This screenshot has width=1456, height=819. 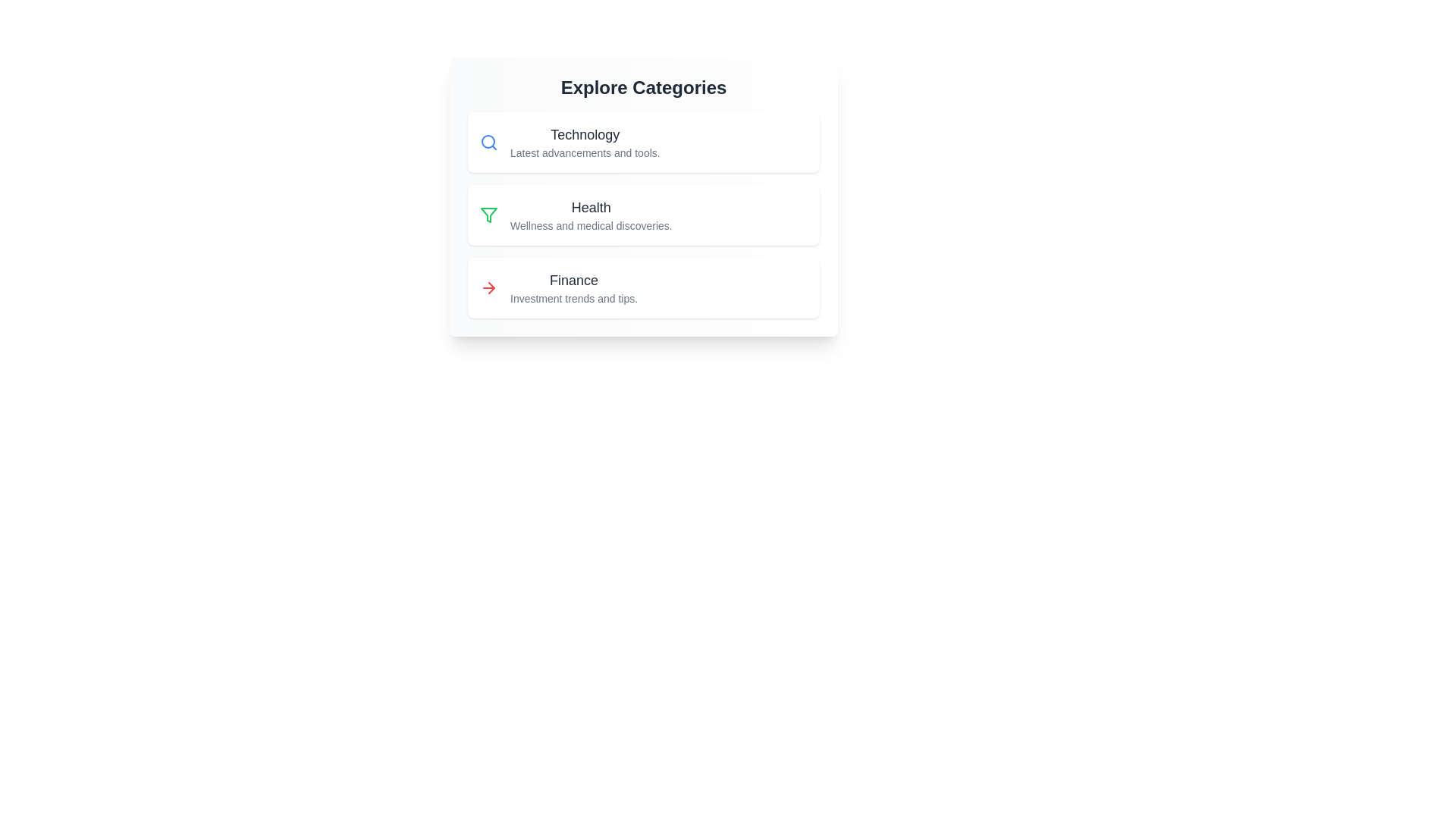 I want to click on the icon associated with the category Health, so click(x=488, y=215).